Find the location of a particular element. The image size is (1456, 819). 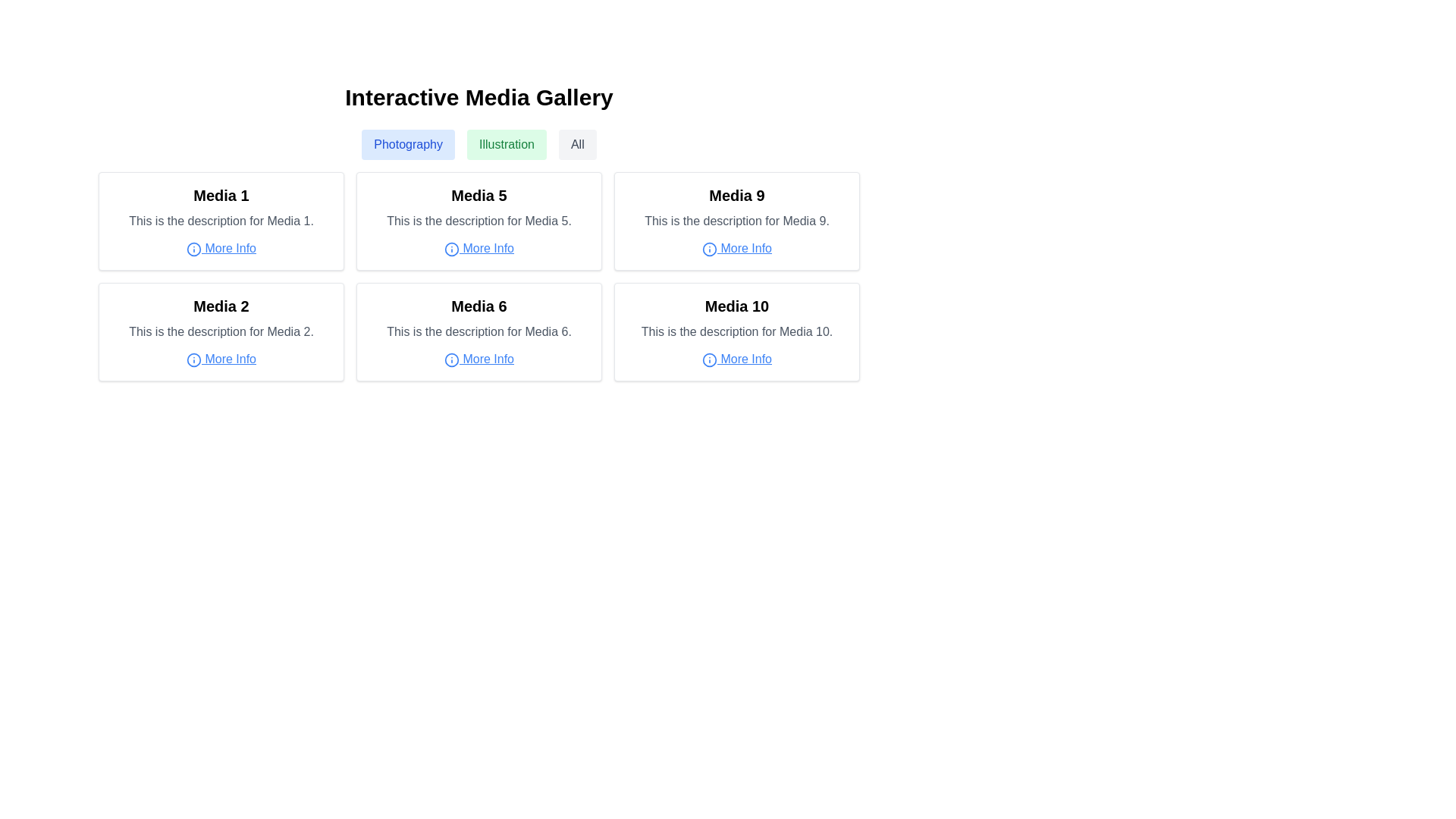

the link with an icon located at the bottom-center of the interactive card for 'Media 1' is located at coordinates (221, 247).